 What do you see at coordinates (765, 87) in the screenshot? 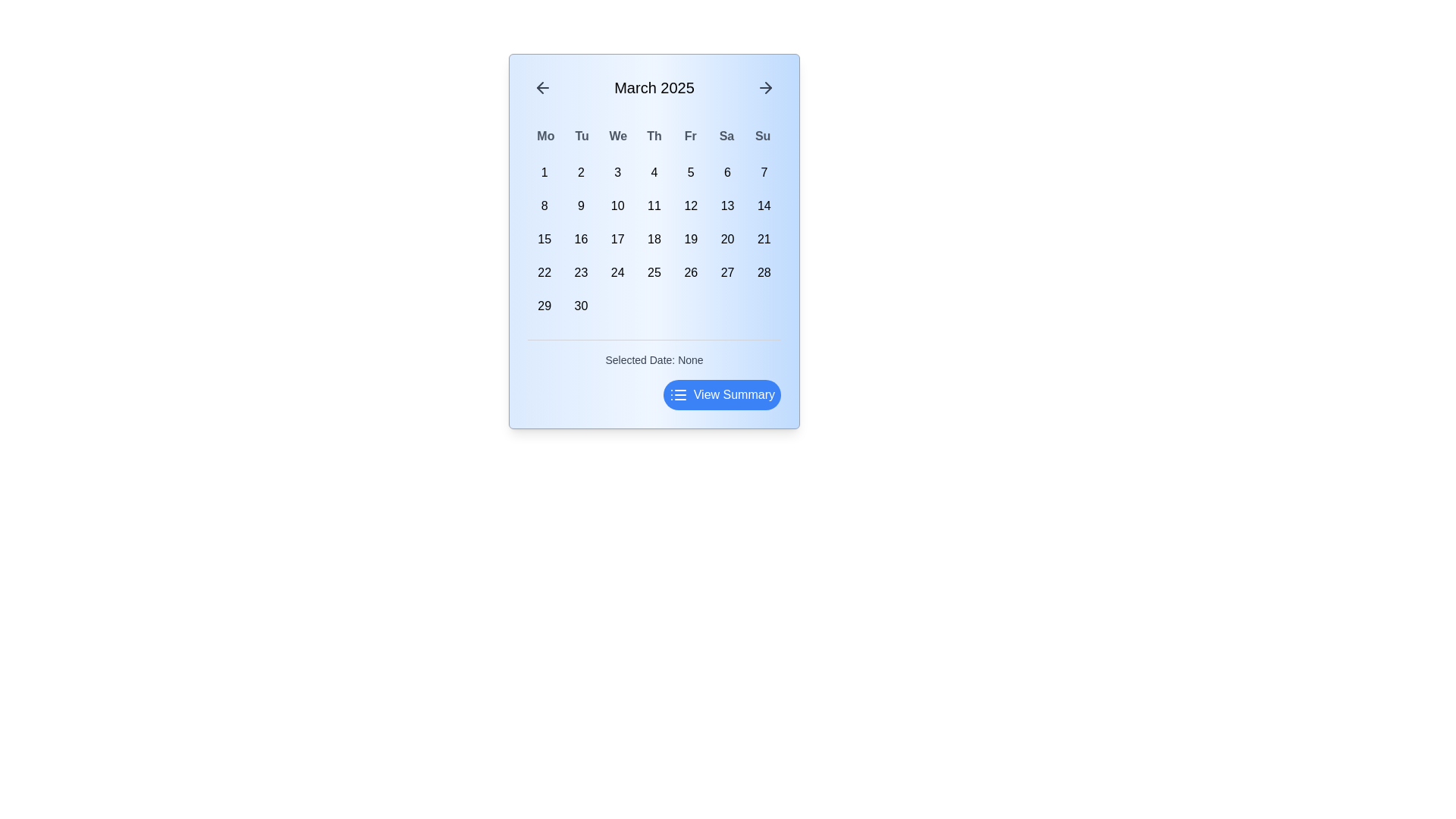
I see `the icon-based button located at the upper-right corner of the card interface` at bounding box center [765, 87].